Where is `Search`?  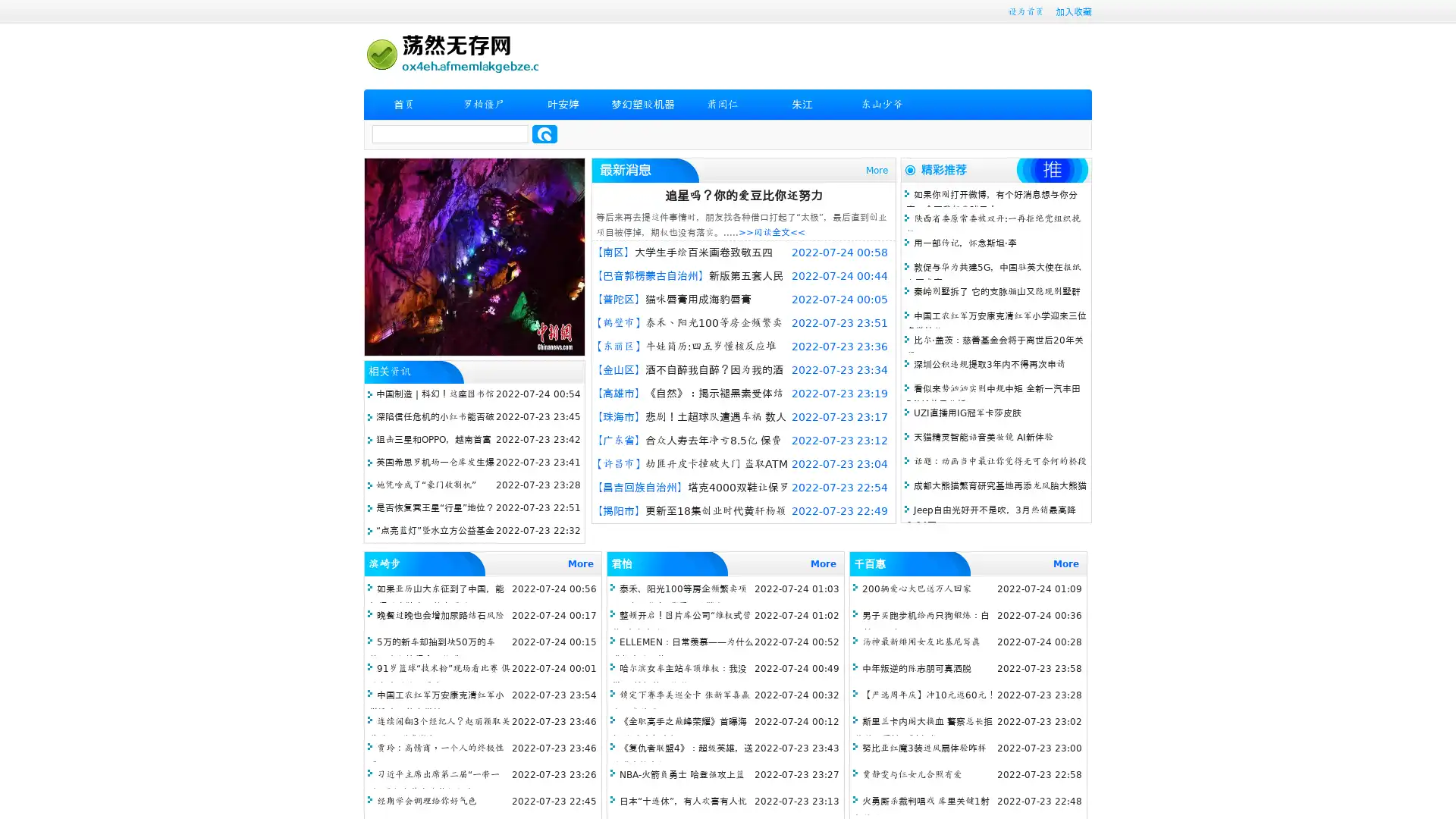
Search is located at coordinates (544, 133).